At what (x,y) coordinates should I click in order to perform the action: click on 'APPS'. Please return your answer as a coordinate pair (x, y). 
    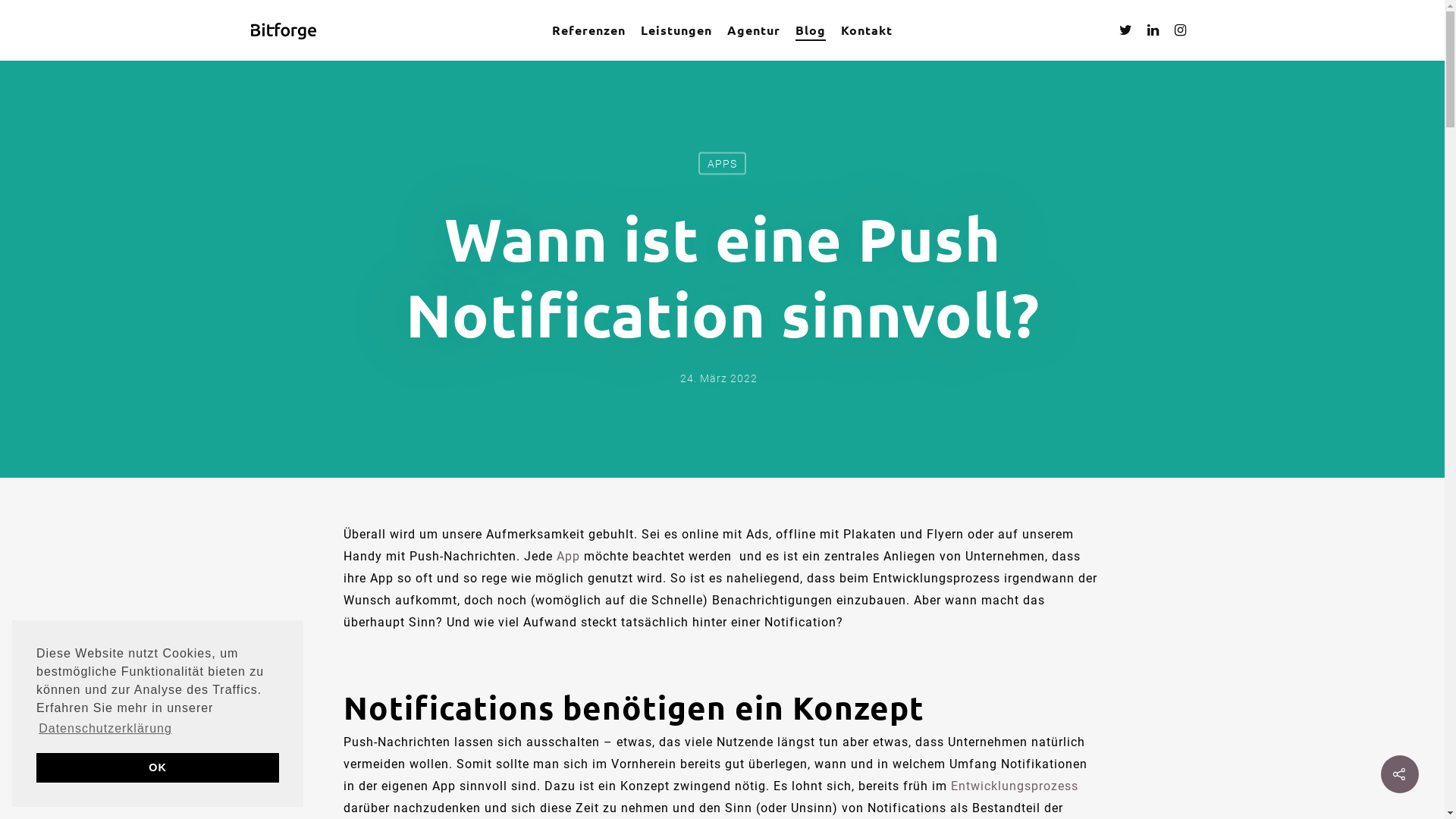
    Looking at the image, I should click on (720, 163).